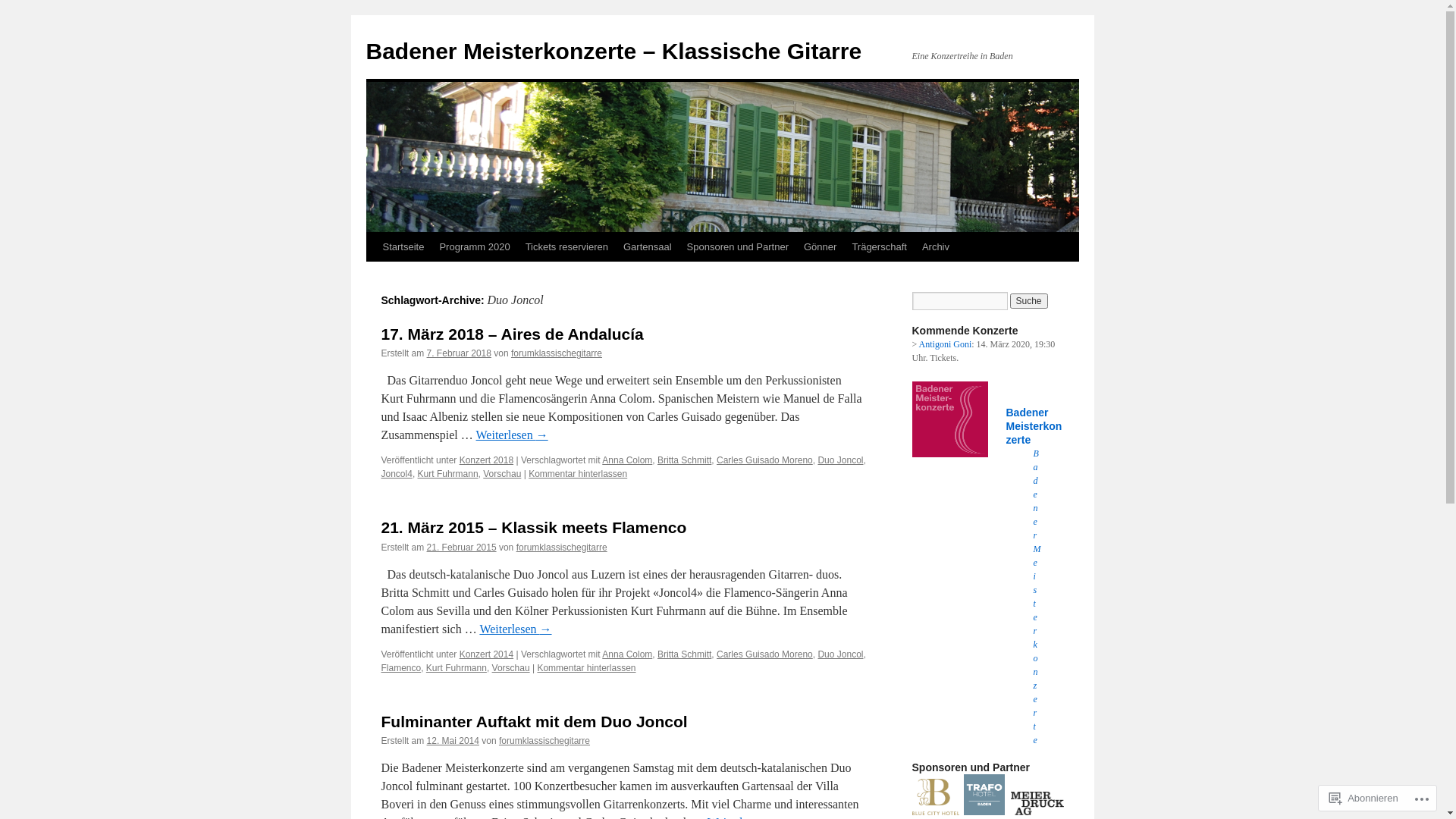  Describe the element at coordinates (458, 353) in the screenshot. I see `'7. Februar 2018'` at that location.